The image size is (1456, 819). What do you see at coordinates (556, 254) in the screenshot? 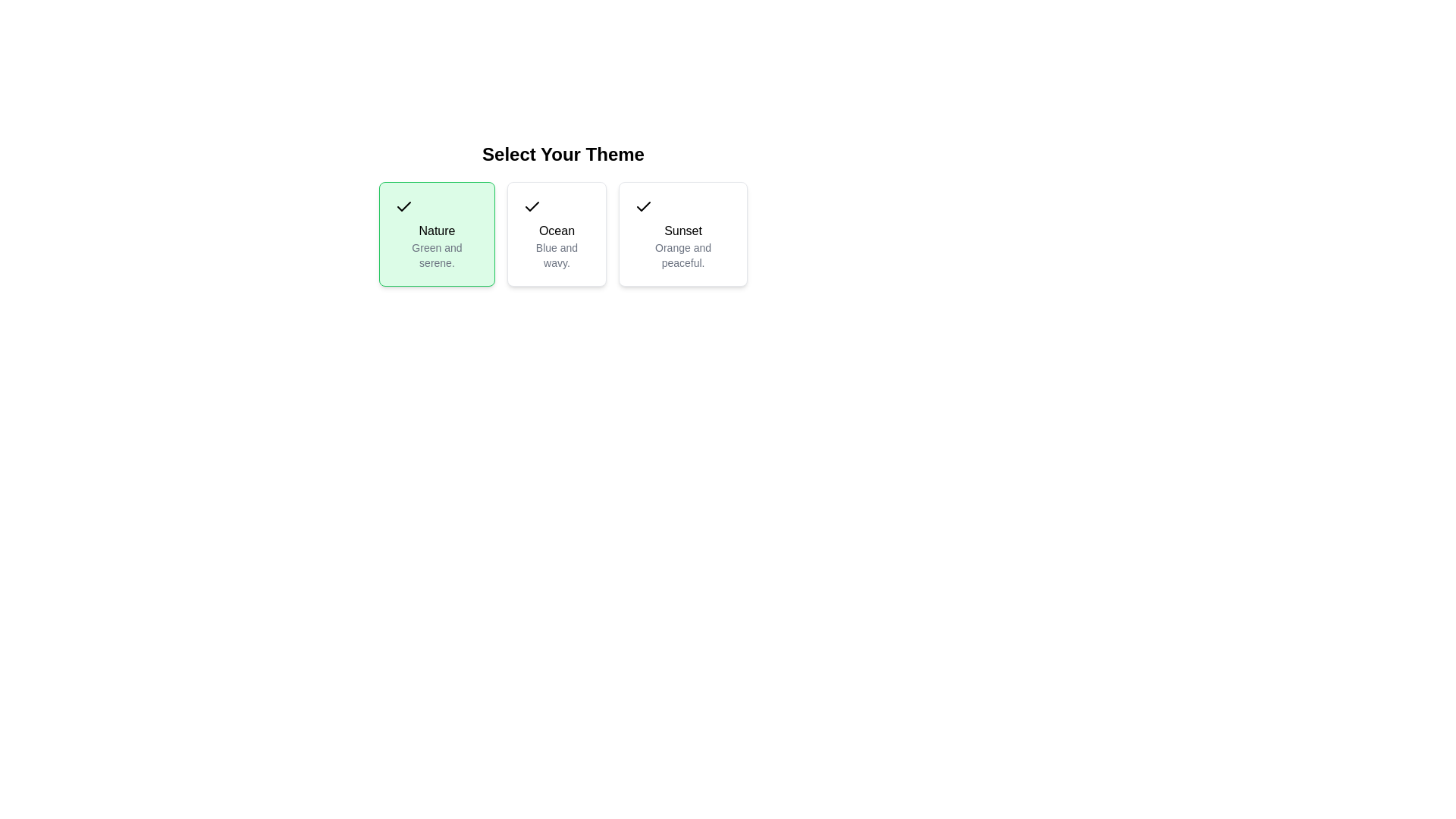
I see `the text label that reads 'Blue and wavy.' which is styled in gray and located below the larger text 'Ocean' in the 'Ocean' section` at bounding box center [556, 254].